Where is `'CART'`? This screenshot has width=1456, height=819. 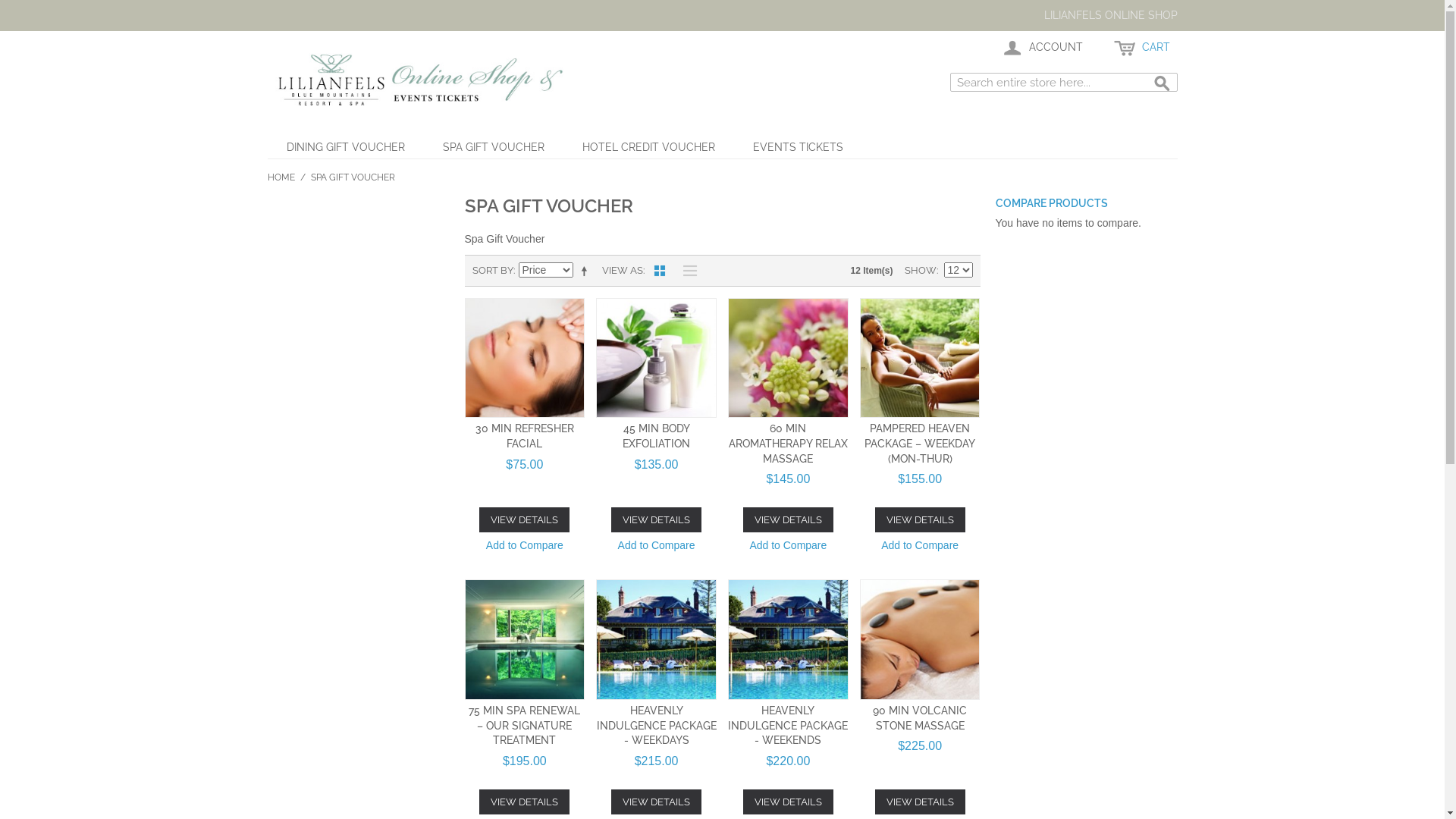
'CART' is located at coordinates (1141, 46).